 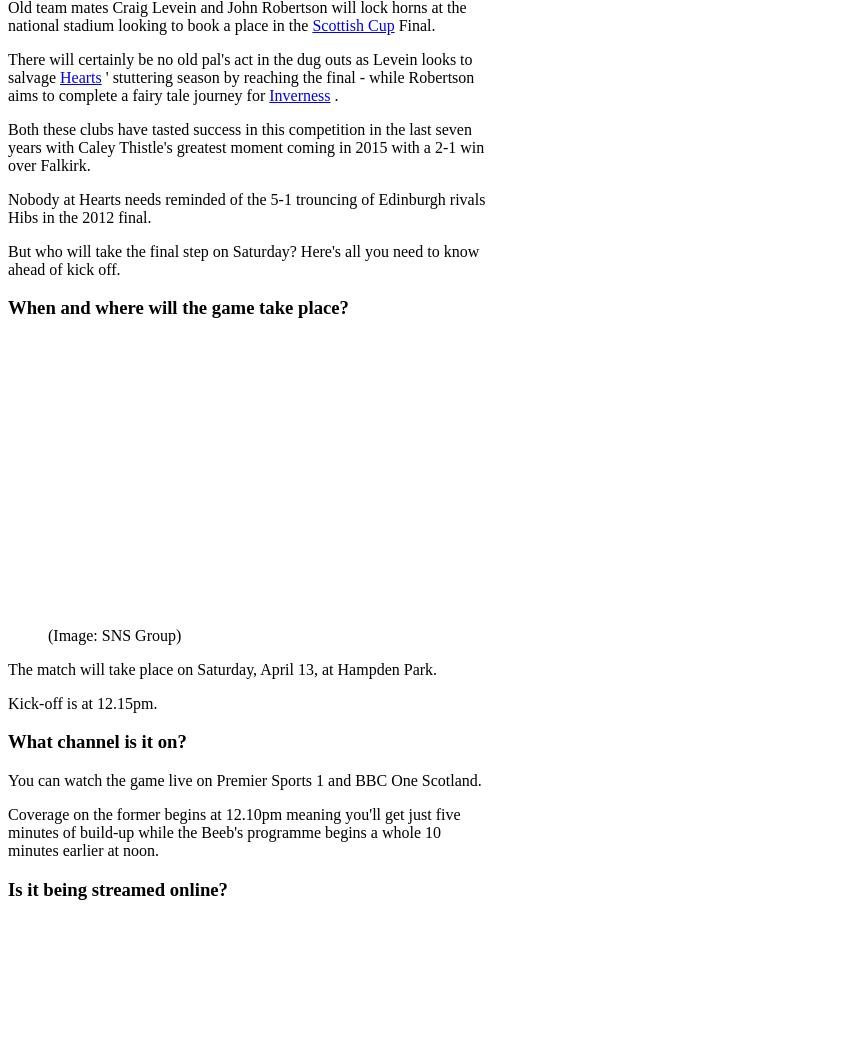 I want to click on 'Nobody at Hearts needs reminded of the 5-1 trouncing of Edinburgh rivals Hibs in the 2012 final.', so click(x=245, y=207).